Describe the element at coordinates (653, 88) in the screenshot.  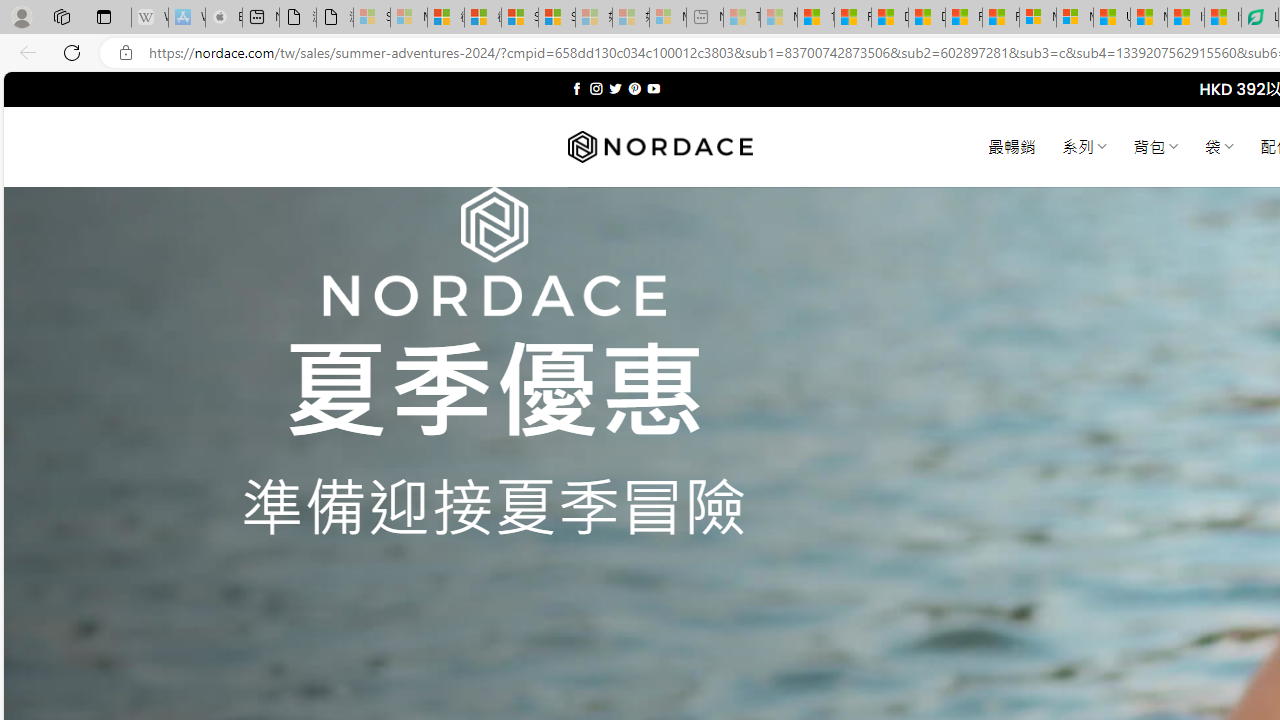
I see `'Follow on YouTube'` at that location.